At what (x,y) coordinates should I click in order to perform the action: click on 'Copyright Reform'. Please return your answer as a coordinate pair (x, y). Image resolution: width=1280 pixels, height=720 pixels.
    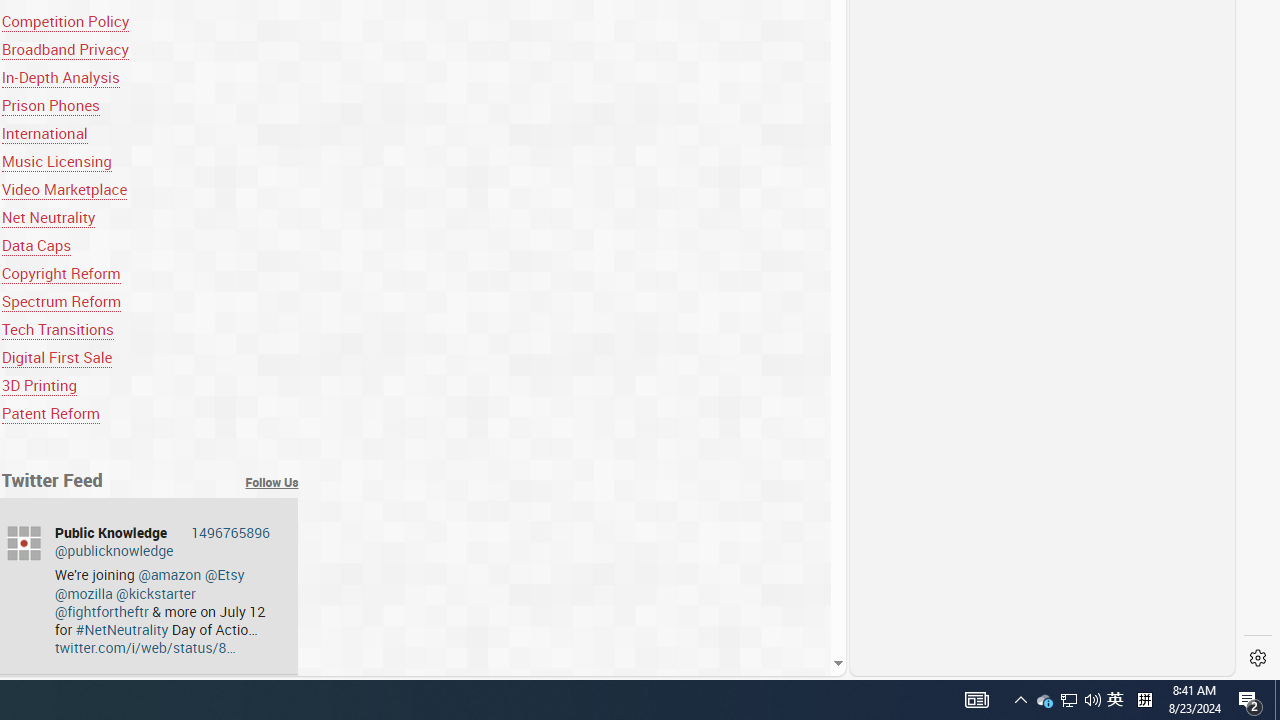
    Looking at the image, I should click on (61, 273).